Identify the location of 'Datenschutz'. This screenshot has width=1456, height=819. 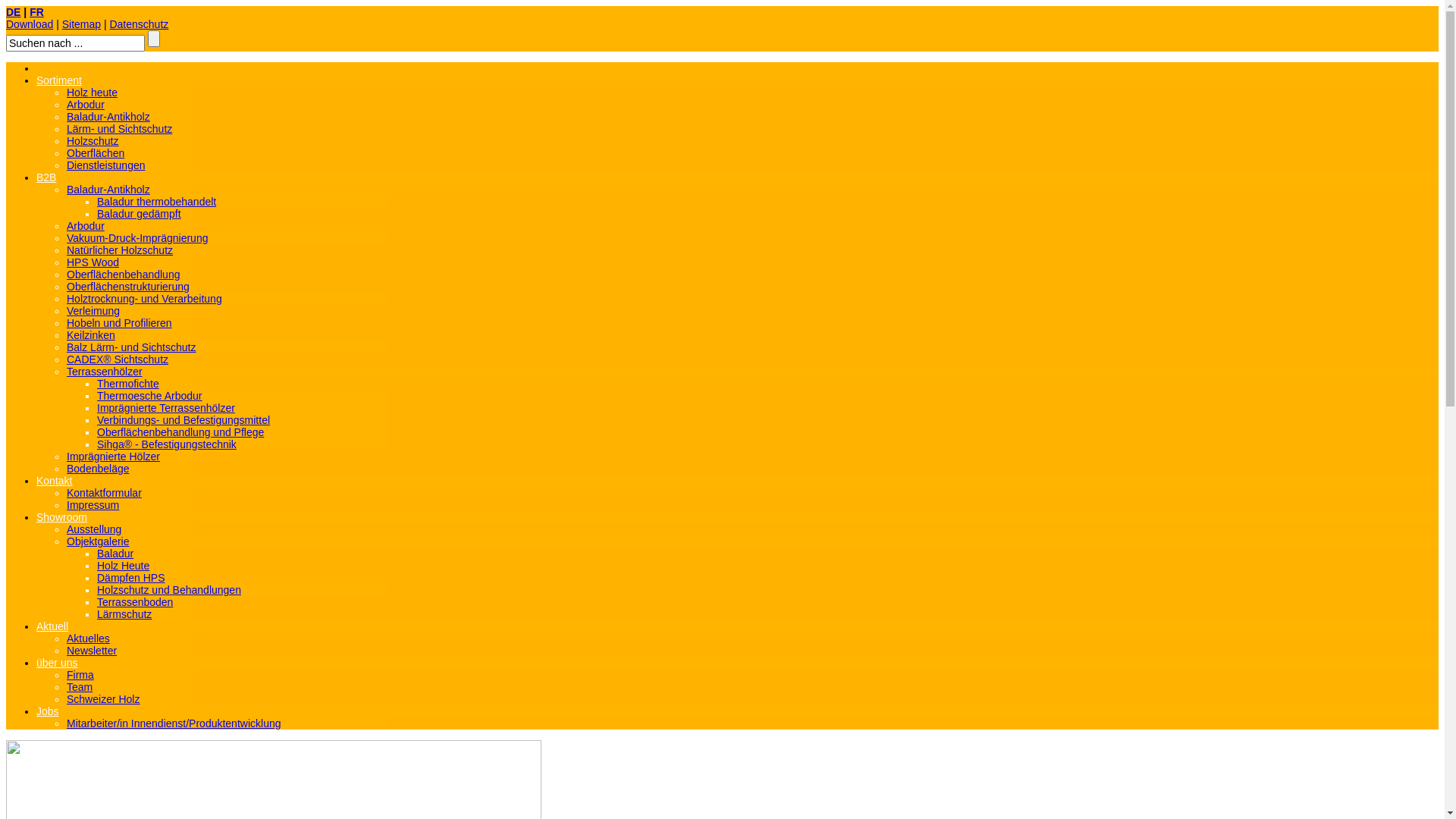
(138, 24).